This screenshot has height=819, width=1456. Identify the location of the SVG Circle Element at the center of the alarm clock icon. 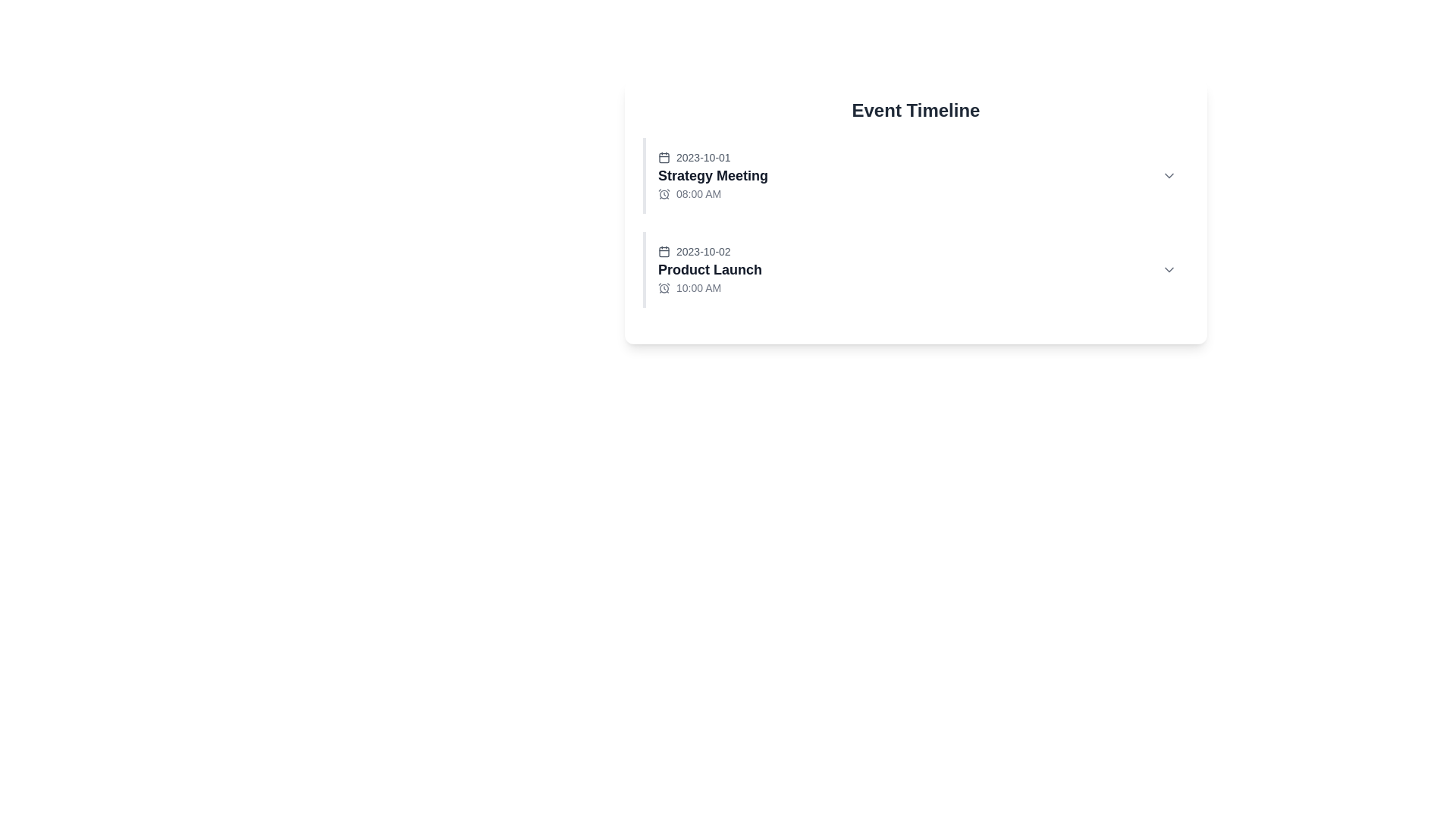
(664, 288).